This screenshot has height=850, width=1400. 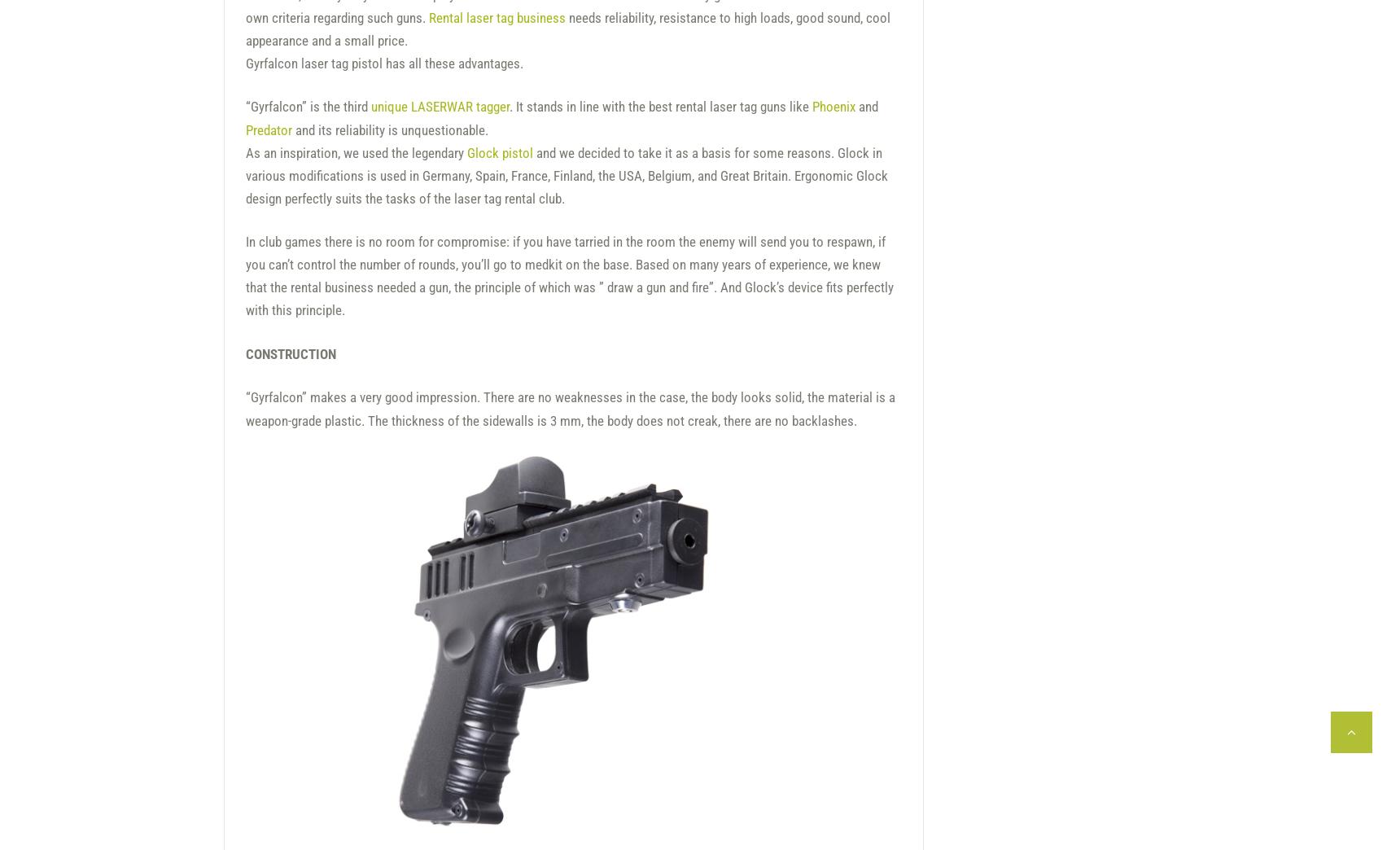 What do you see at coordinates (570, 408) in the screenshot?
I see `'“Gyrfalcon” makes a very good impression. There are no weaknesses in the case, the body looks solid, the material is a weapon-grade plastic. The thickness of the sidewalls is 3 mm, the body does not creak, there are no backlashes.'` at bounding box center [570, 408].